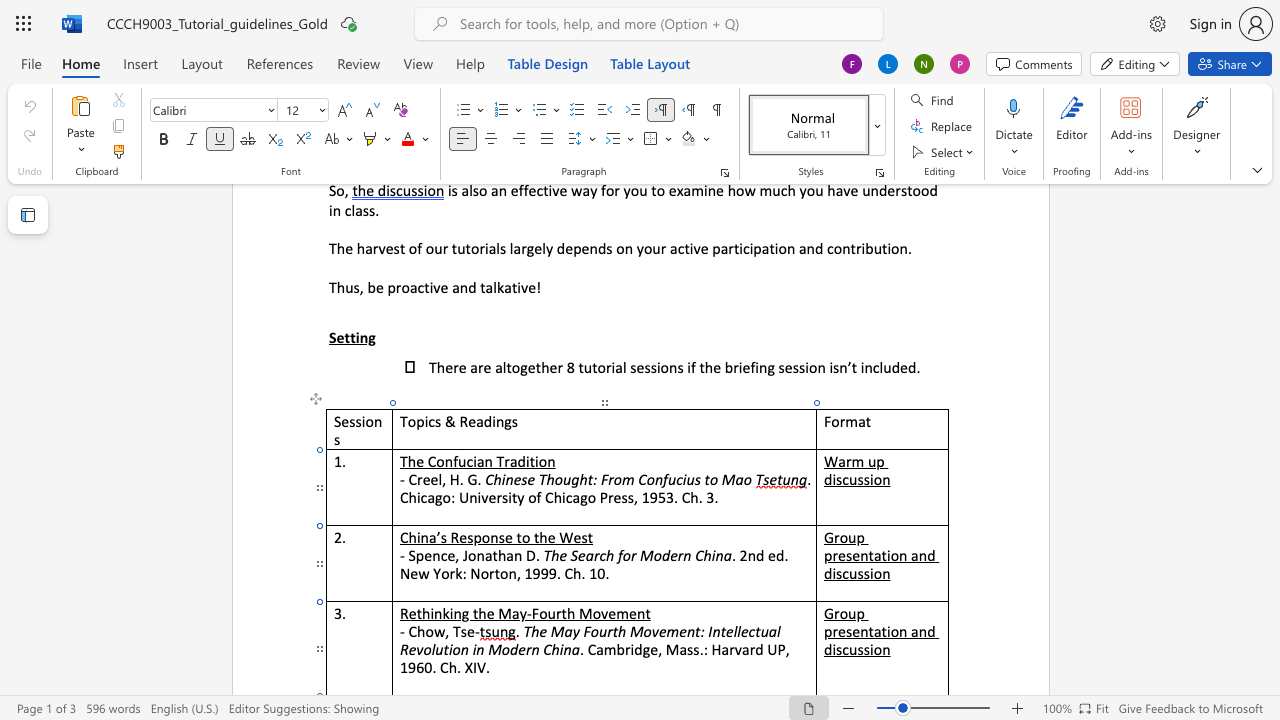 The height and width of the screenshot is (720, 1280). What do you see at coordinates (863, 649) in the screenshot?
I see `the space between the continuous character "s" and "s" in the text` at bounding box center [863, 649].